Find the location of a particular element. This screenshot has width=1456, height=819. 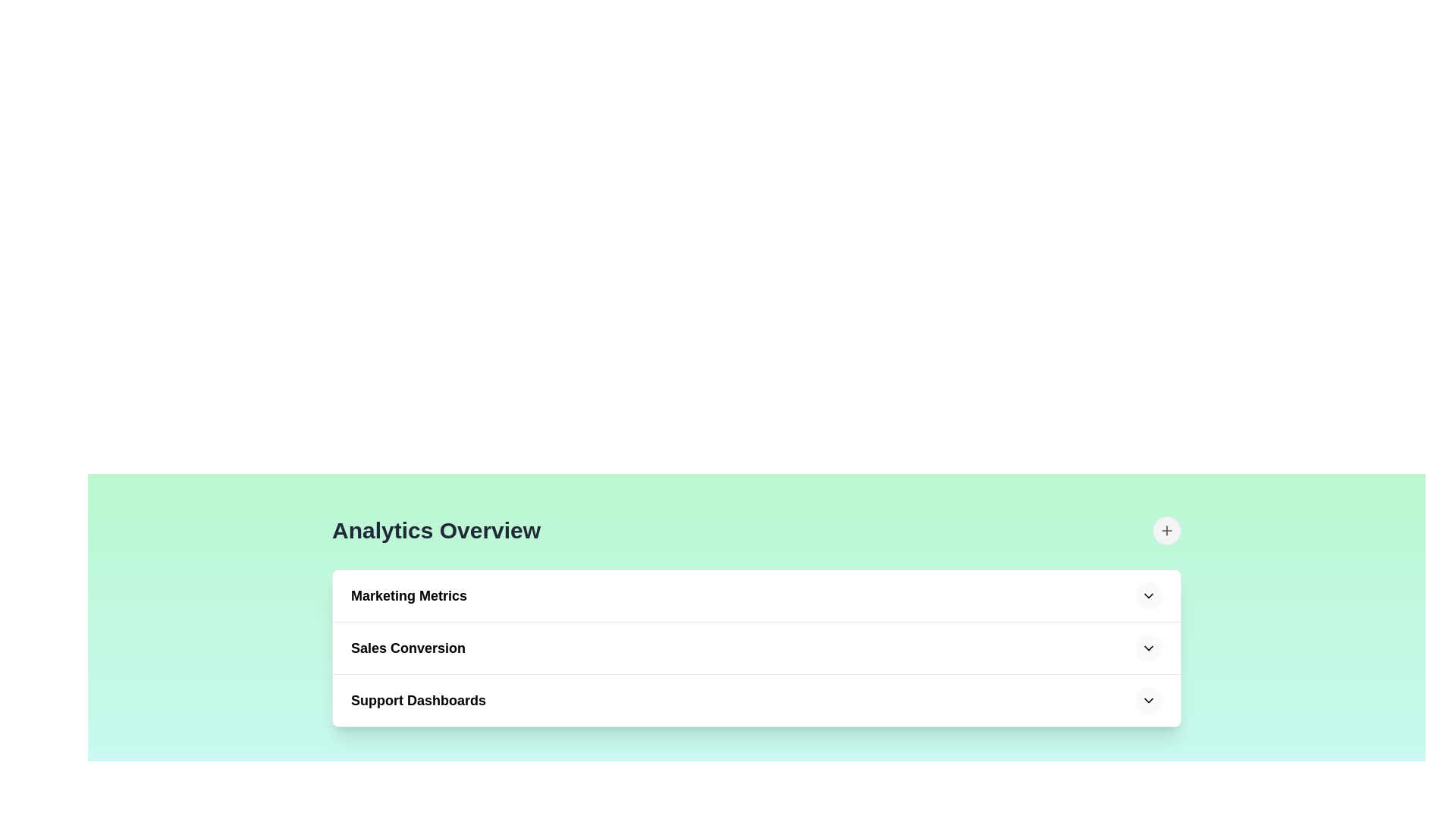

the SVG icon featuring a plus sign (+) located at the top-right corner of the 'Analytics Overview' section is located at coordinates (1166, 529).